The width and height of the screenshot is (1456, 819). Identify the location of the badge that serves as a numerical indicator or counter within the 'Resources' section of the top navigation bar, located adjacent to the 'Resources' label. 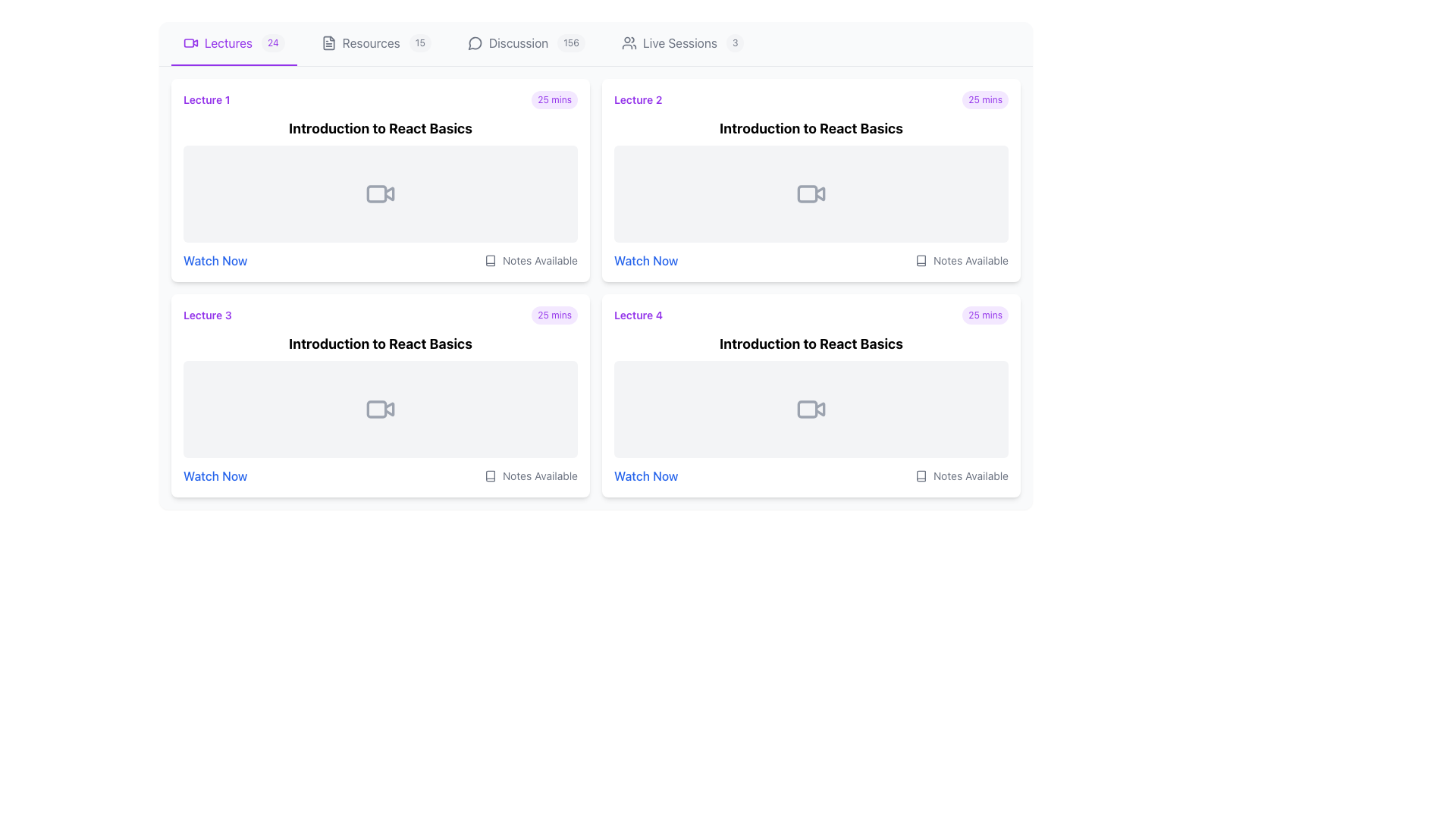
(420, 42).